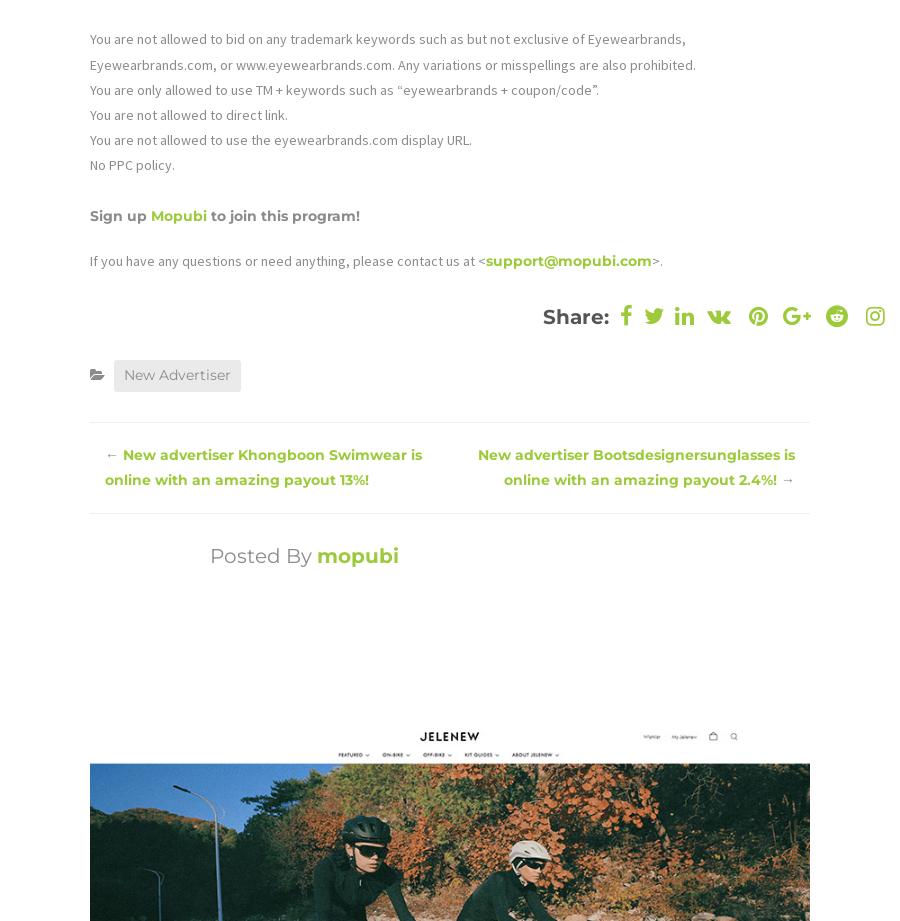 This screenshot has height=921, width=900. What do you see at coordinates (287, 258) in the screenshot?
I see `'If you have any questions or need anything, please contact us at <'` at bounding box center [287, 258].